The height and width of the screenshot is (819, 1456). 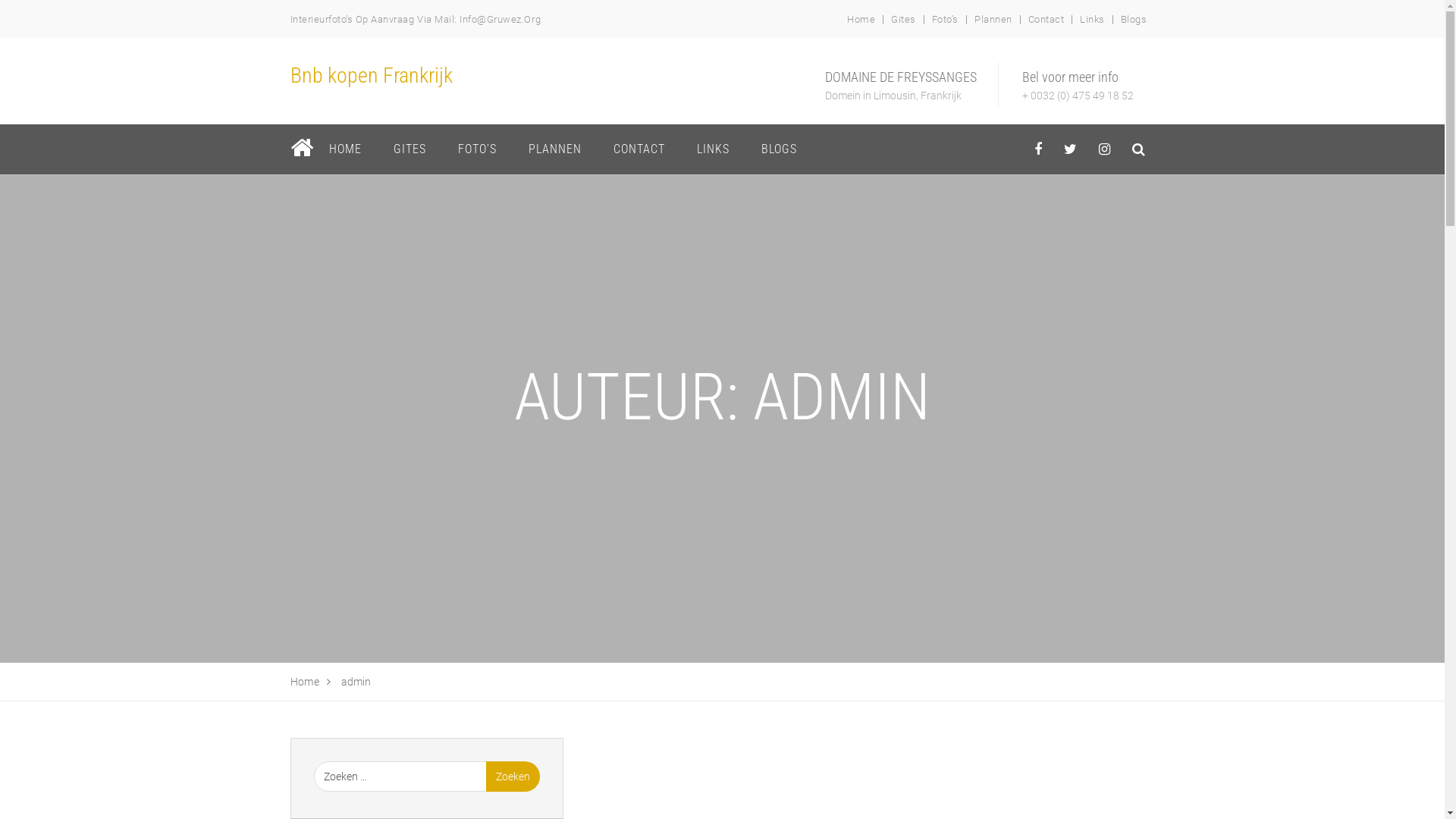 What do you see at coordinates (484, 776) in the screenshot?
I see `'Zoeken'` at bounding box center [484, 776].